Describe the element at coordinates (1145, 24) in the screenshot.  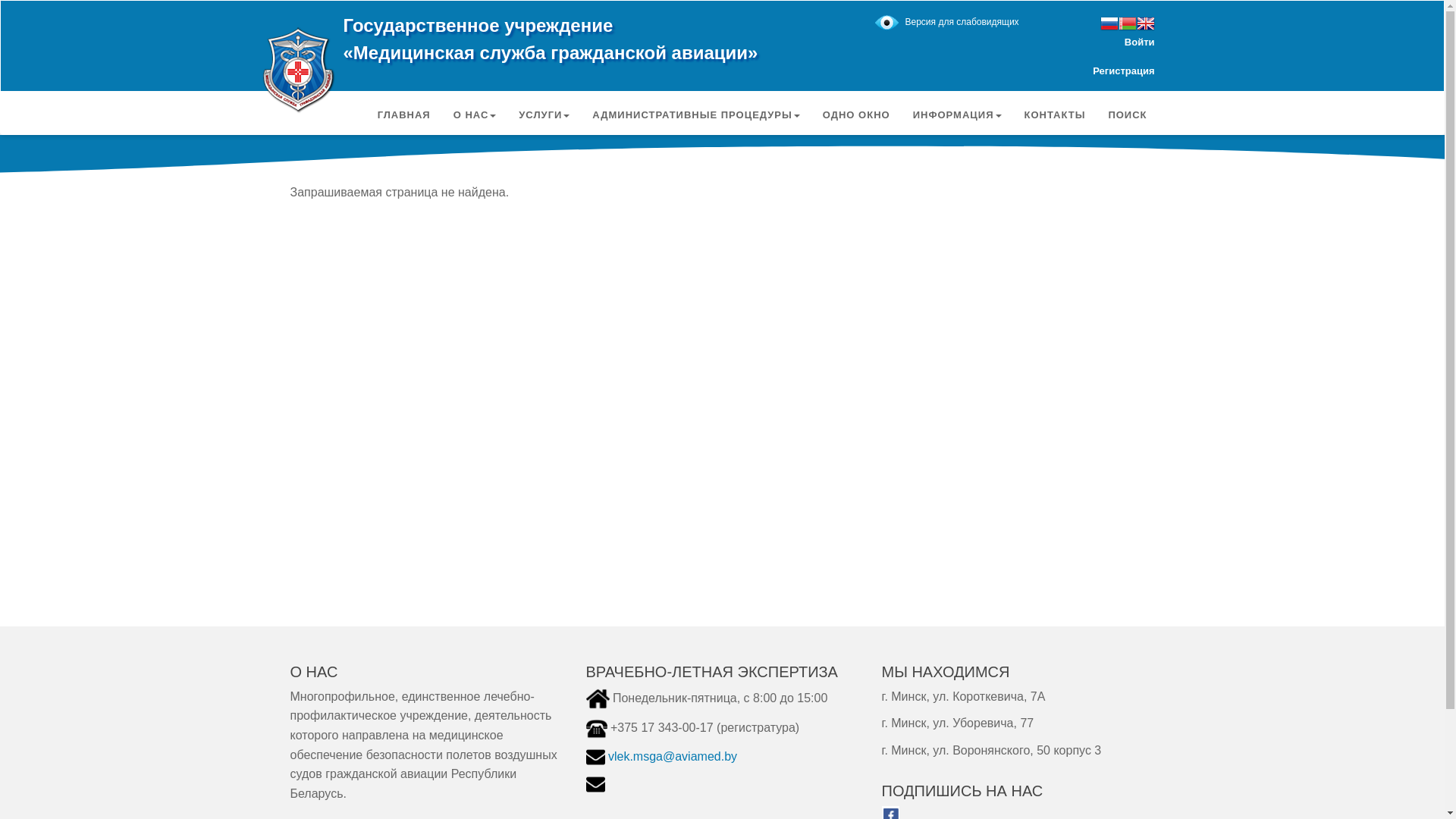
I see `'English'` at that location.